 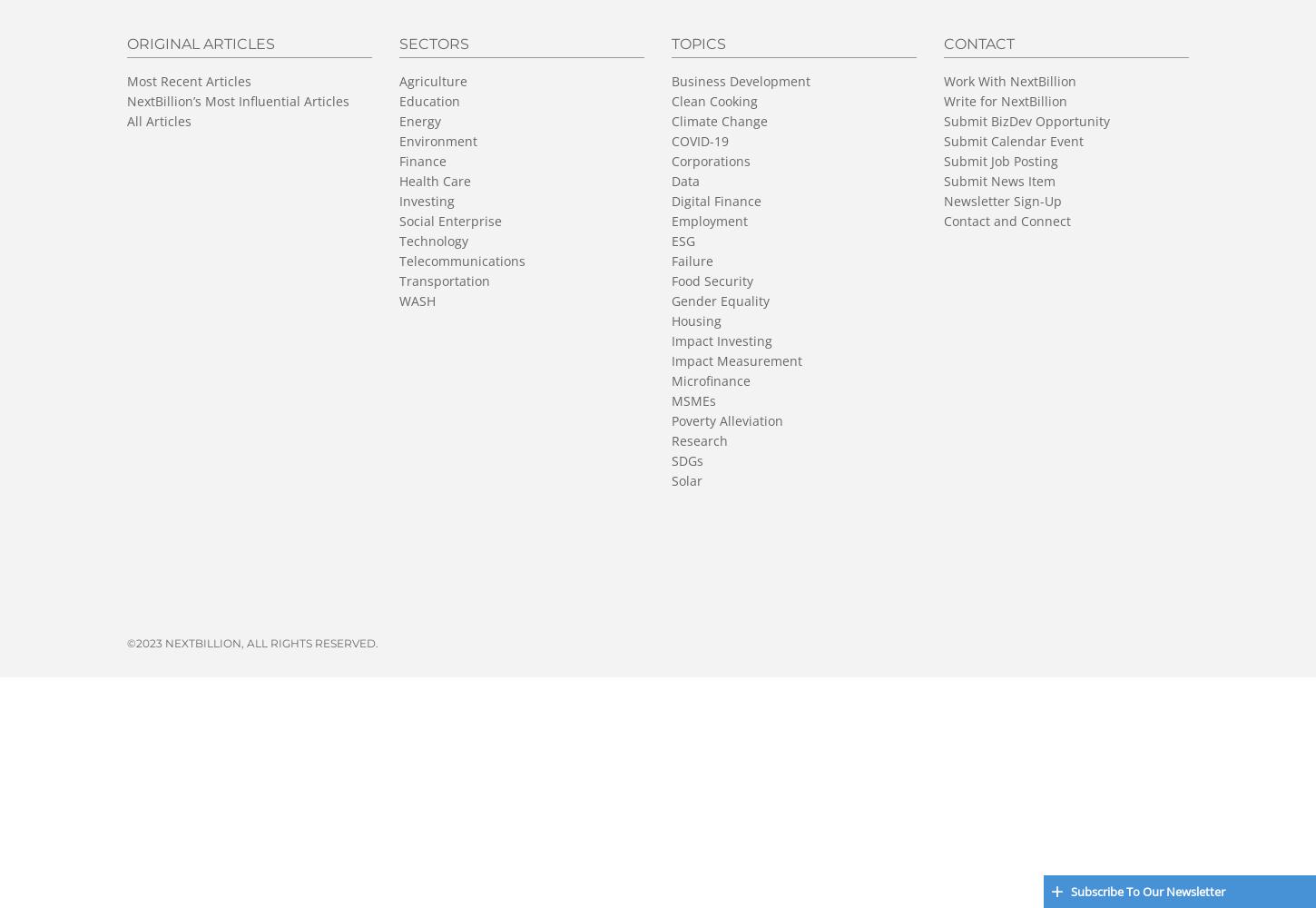 I want to click on 'Topics', so click(x=698, y=44).